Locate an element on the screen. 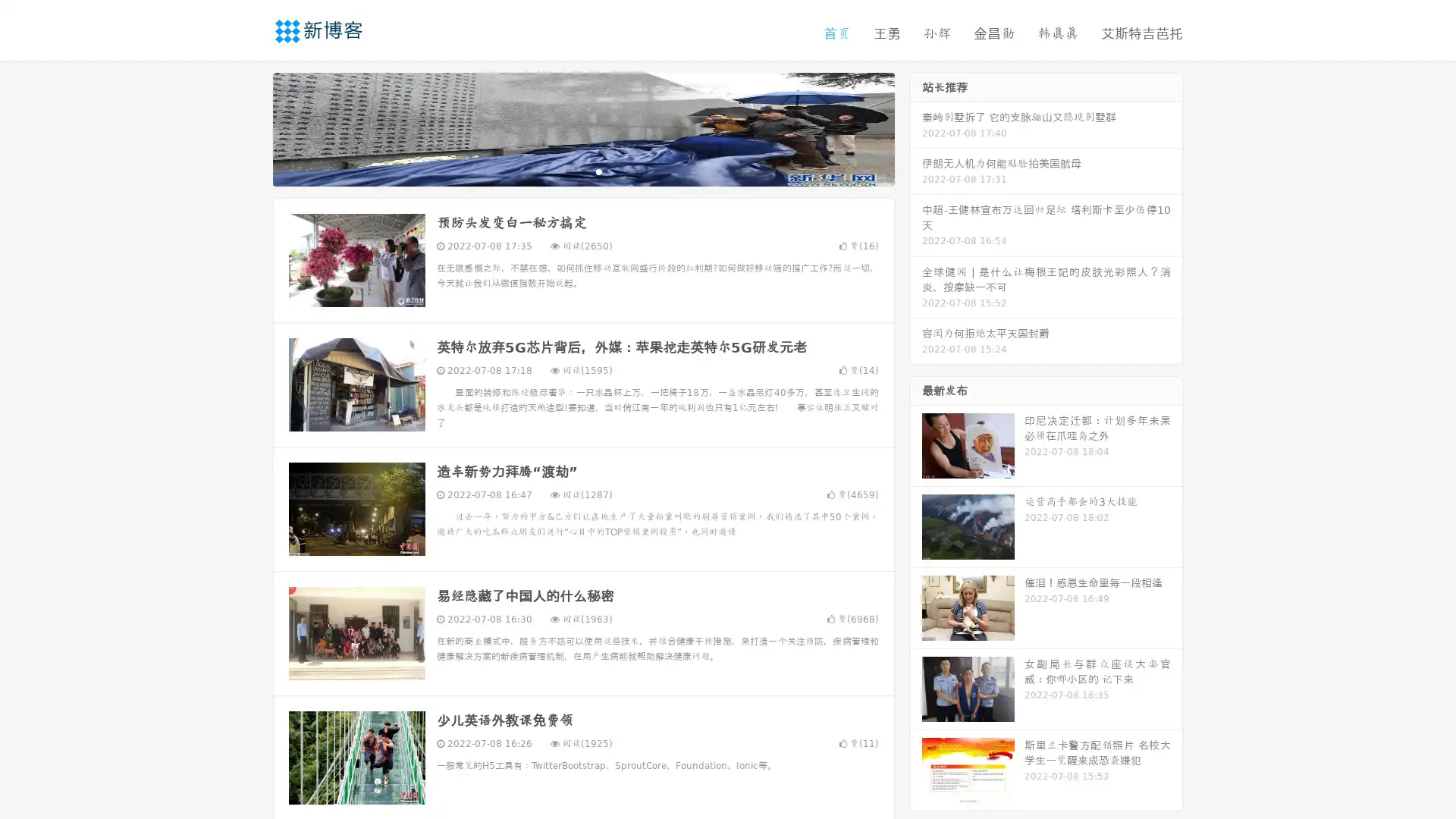 Image resolution: width=1456 pixels, height=819 pixels. Go to slide 2 is located at coordinates (582, 171).